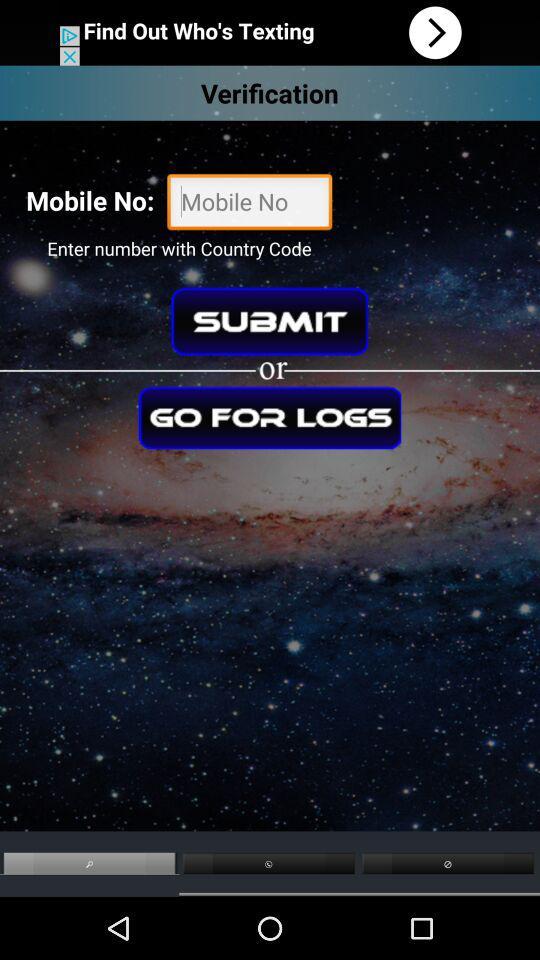  Describe the element at coordinates (270, 416) in the screenshot. I see `page` at that location.